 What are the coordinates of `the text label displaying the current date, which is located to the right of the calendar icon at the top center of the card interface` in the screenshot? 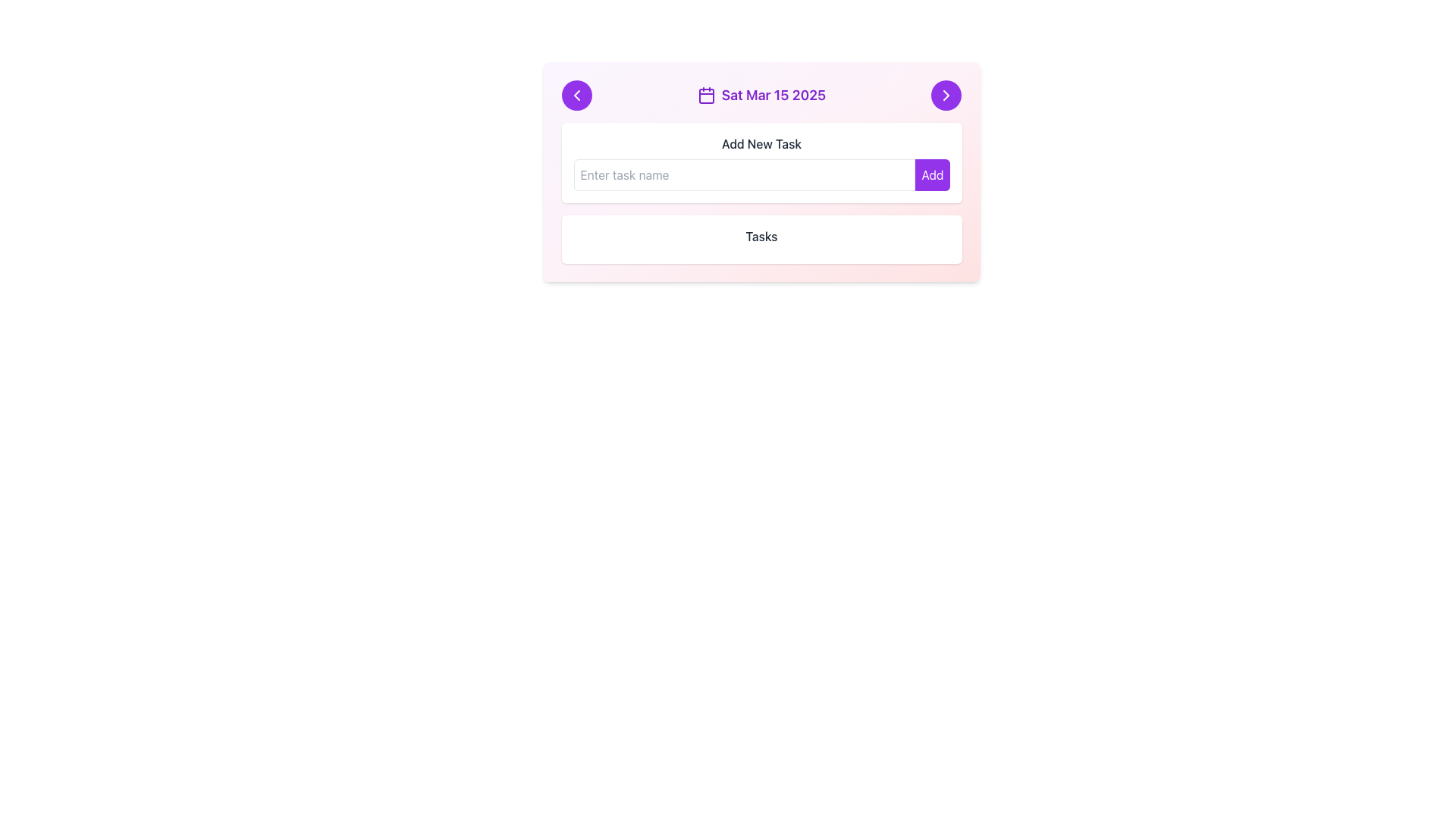 It's located at (773, 96).